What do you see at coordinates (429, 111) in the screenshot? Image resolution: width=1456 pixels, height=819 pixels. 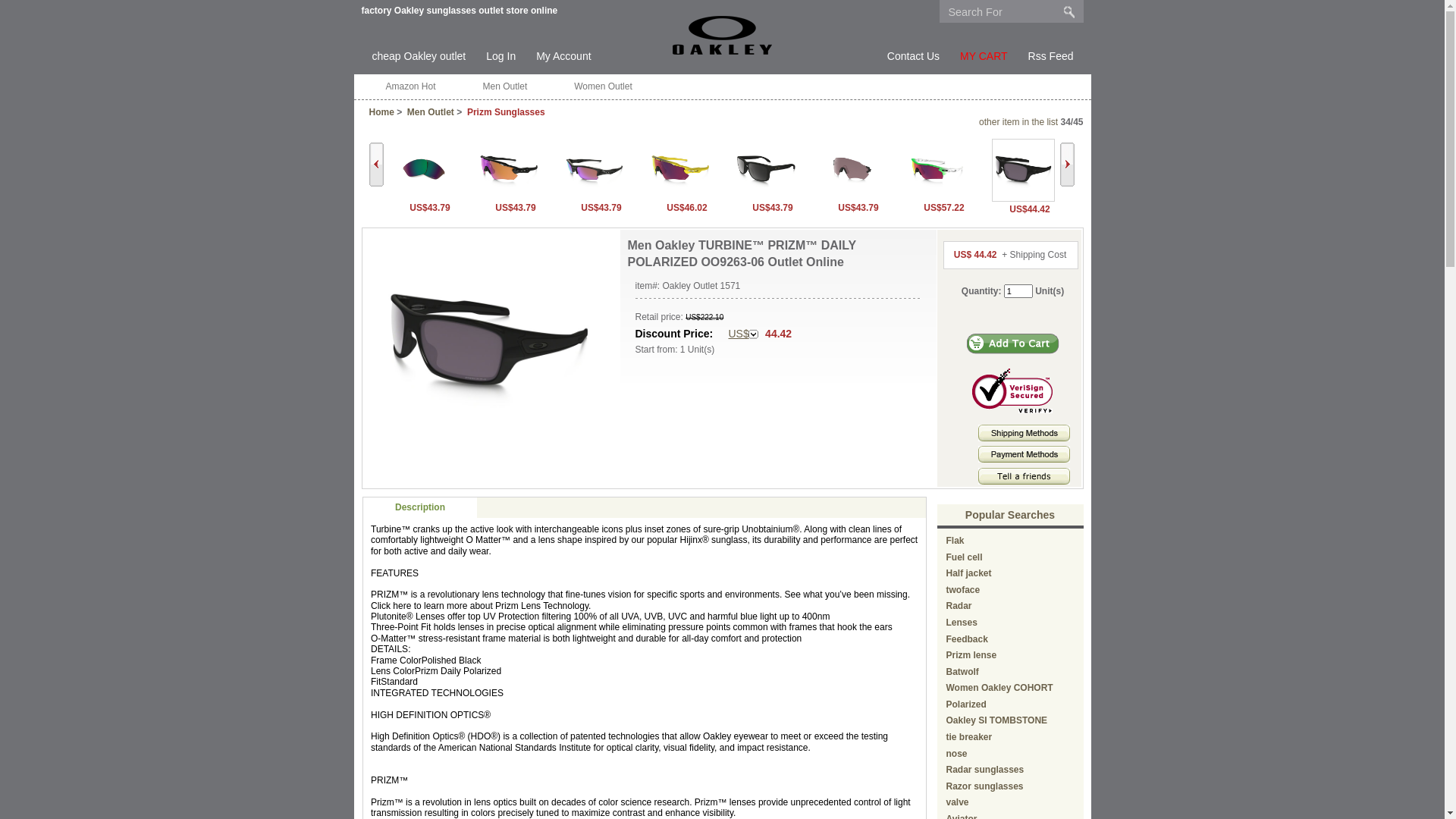 I see `'Men Outlet'` at bounding box center [429, 111].